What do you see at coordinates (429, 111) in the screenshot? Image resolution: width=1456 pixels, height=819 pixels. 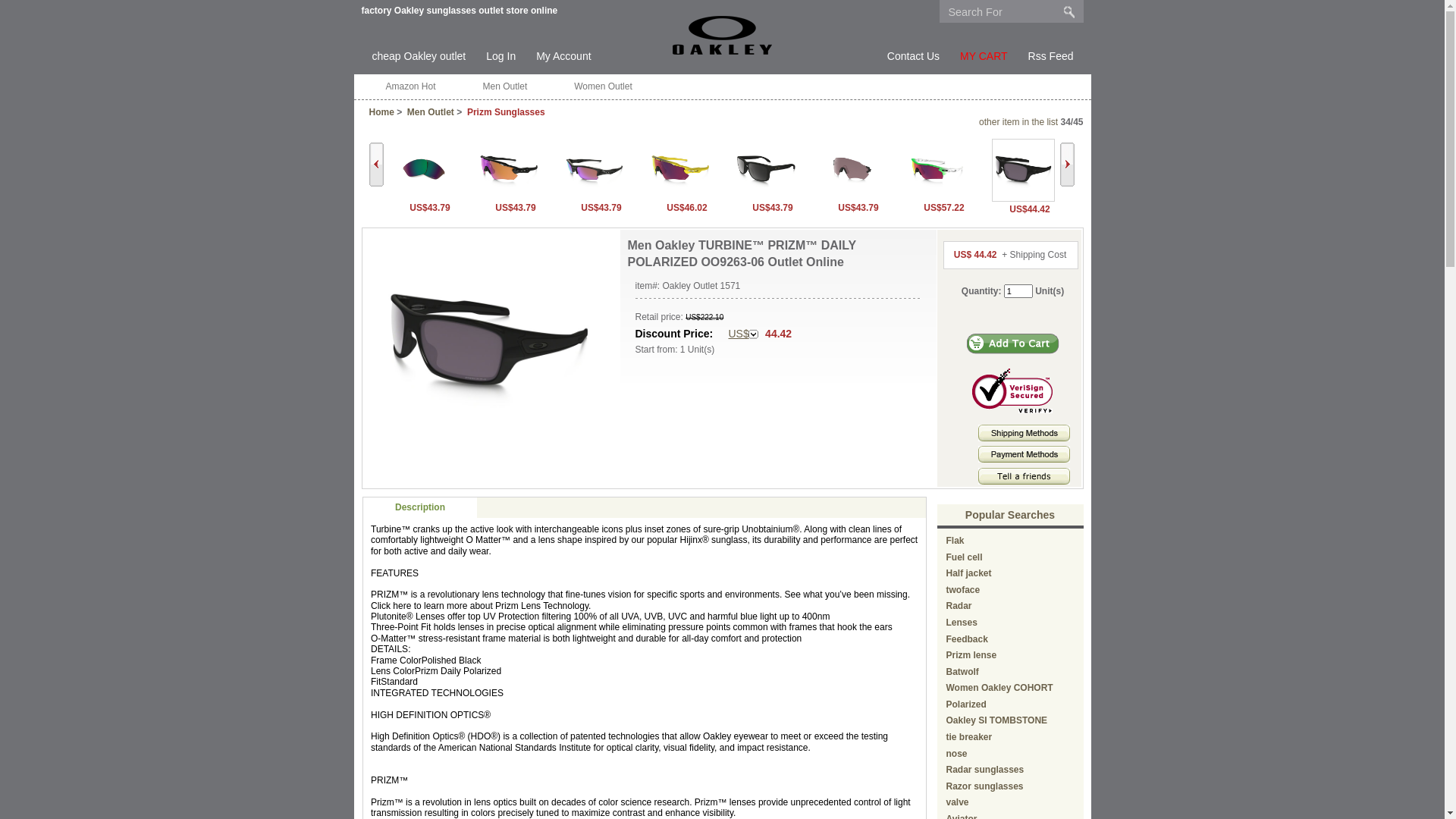 I see `'Men Outlet'` at bounding box center [429, 111].